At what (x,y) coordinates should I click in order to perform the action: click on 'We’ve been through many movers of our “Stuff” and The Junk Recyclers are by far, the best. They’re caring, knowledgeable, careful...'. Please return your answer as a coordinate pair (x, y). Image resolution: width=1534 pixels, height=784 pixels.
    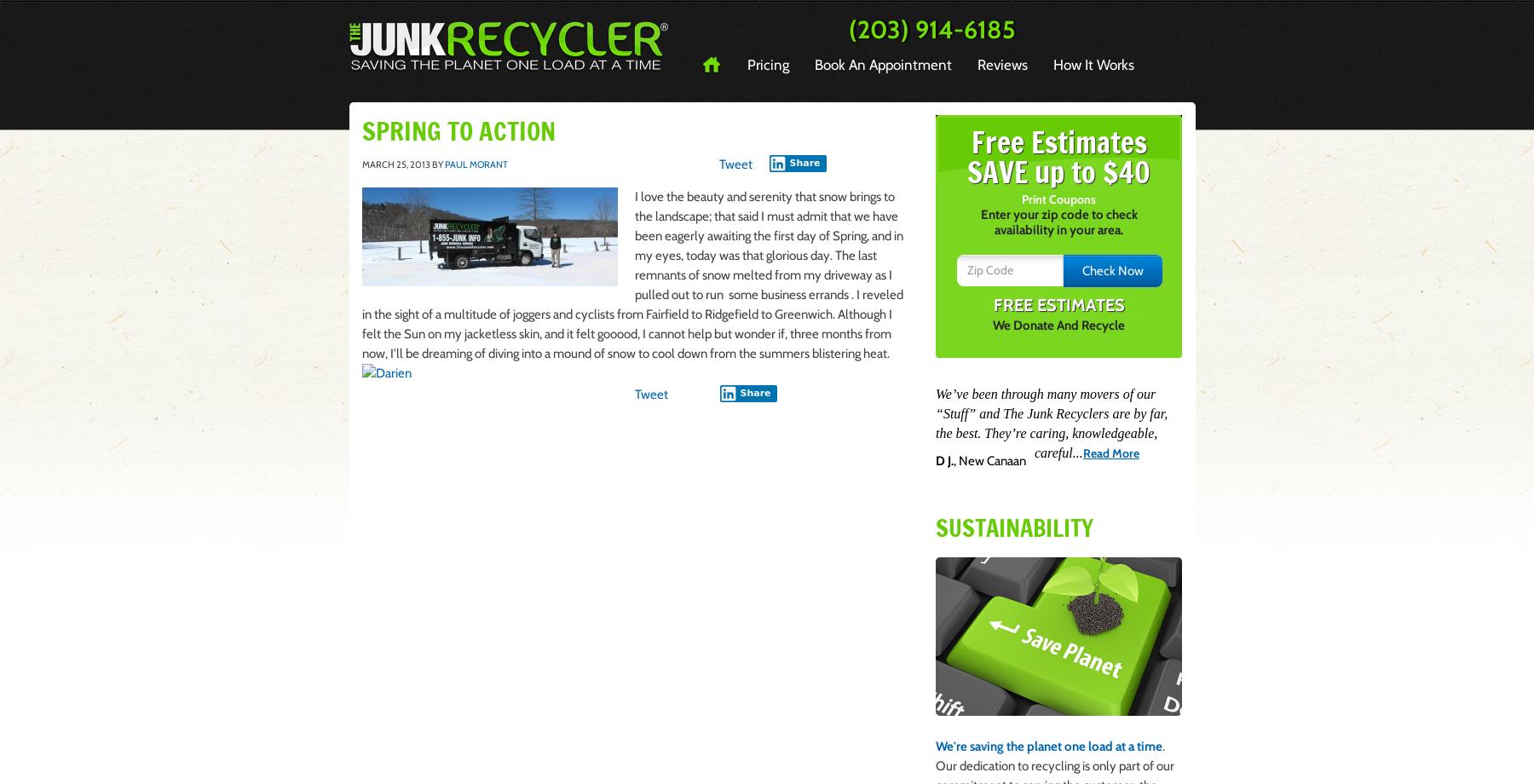
    Looking at the image, I should click on (936, 423).